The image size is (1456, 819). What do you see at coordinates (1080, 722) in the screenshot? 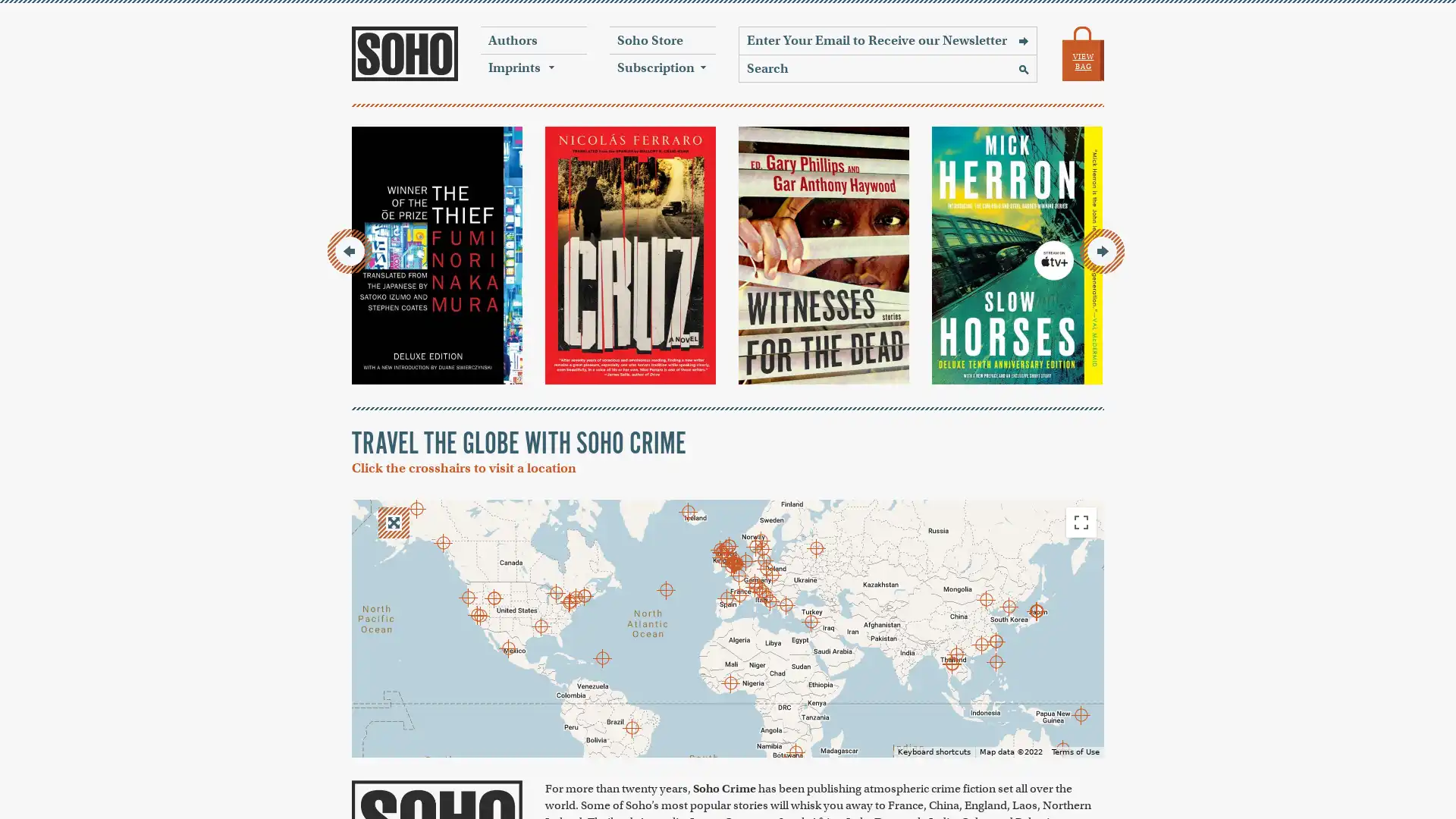
I see `Zoom out` at bounding box center [1080, 722].